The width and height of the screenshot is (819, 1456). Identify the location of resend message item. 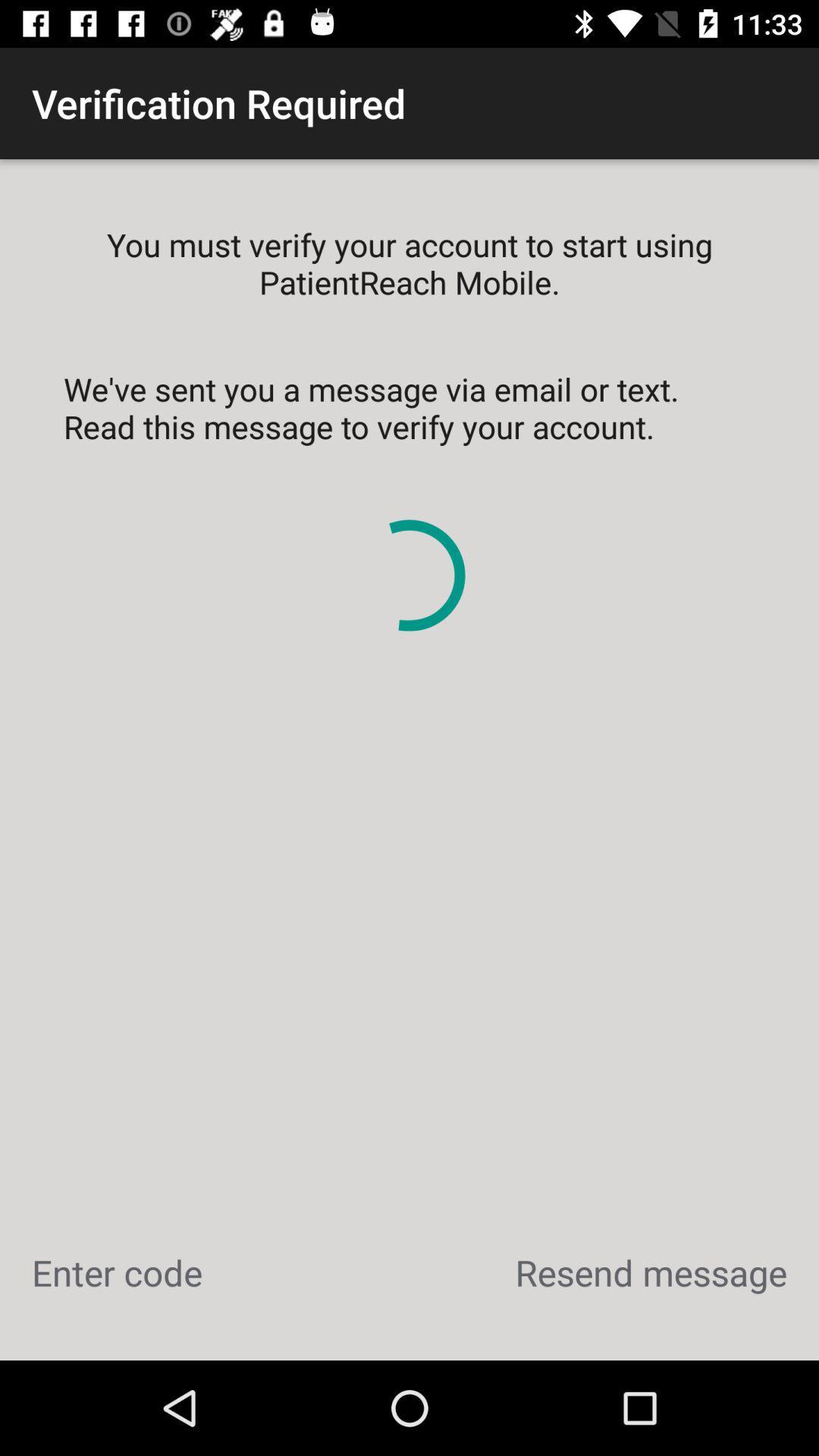
(650, 1272).